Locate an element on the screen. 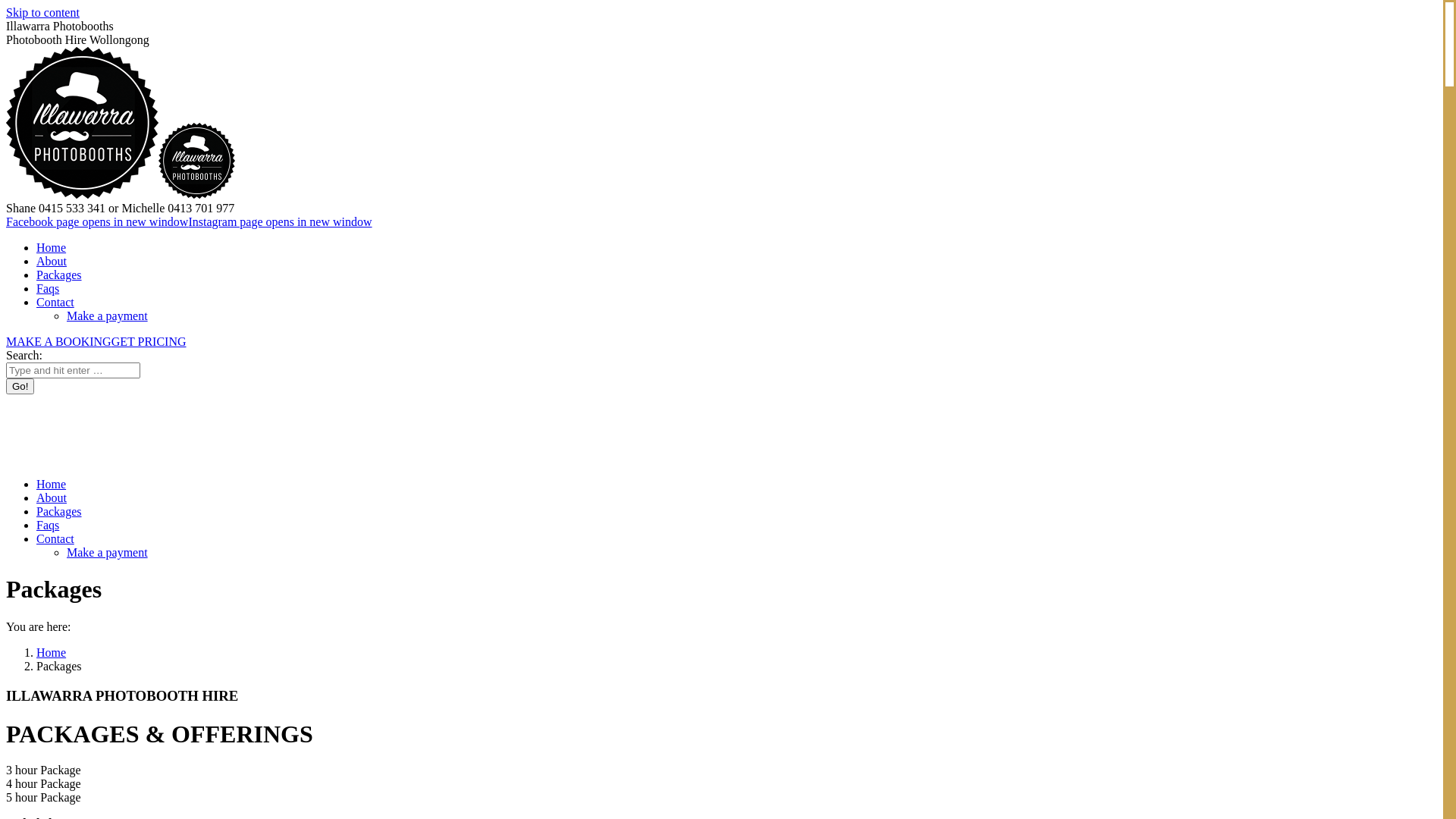 This screenshot has height=819, width=1456. 'Contact' is located at coordinates (55, 538).